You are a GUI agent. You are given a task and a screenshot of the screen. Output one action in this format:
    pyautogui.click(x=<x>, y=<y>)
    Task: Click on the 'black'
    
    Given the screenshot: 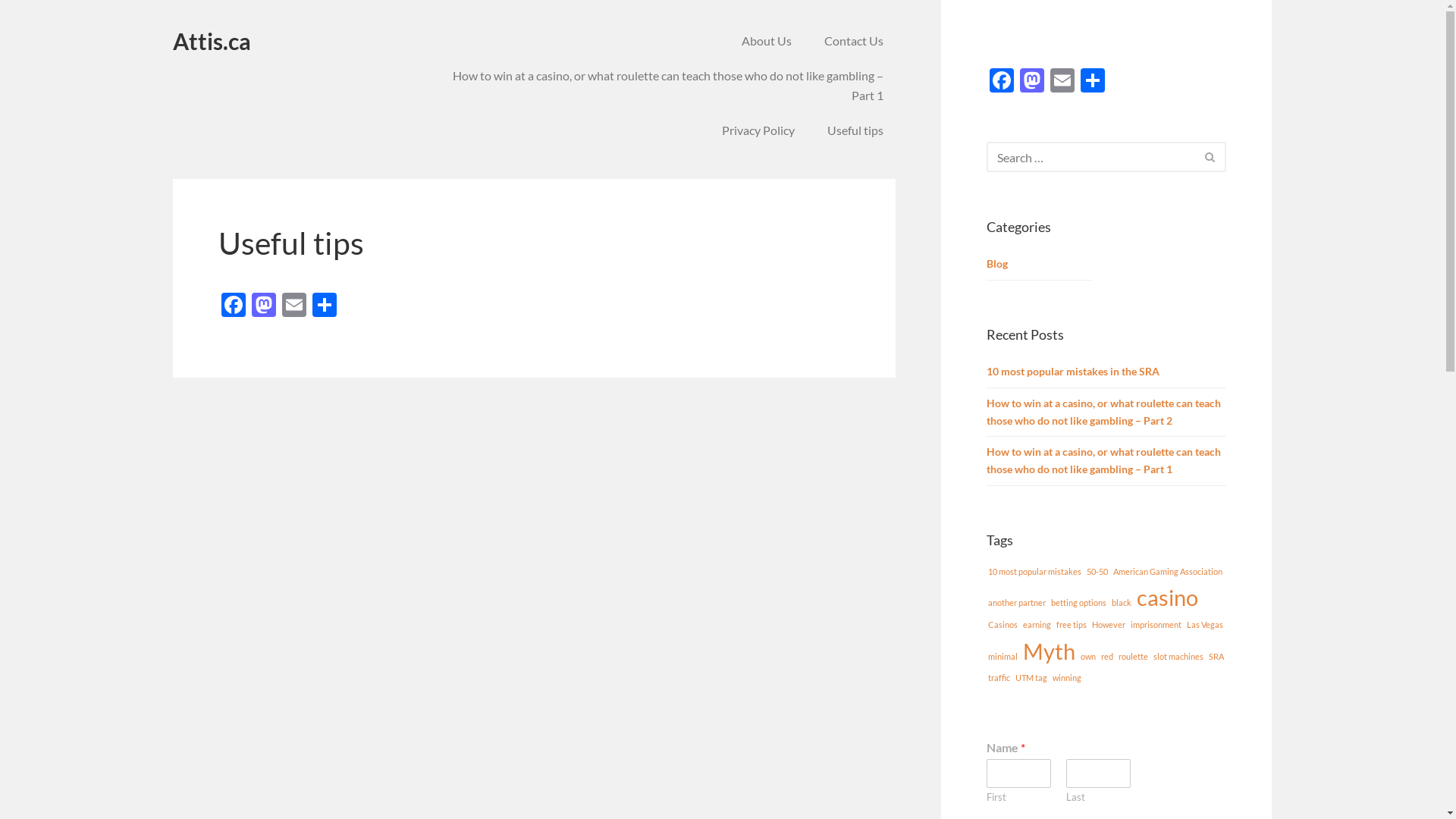 What is the action you would take?
    pyautogui.click(x=1121, y=601)
    